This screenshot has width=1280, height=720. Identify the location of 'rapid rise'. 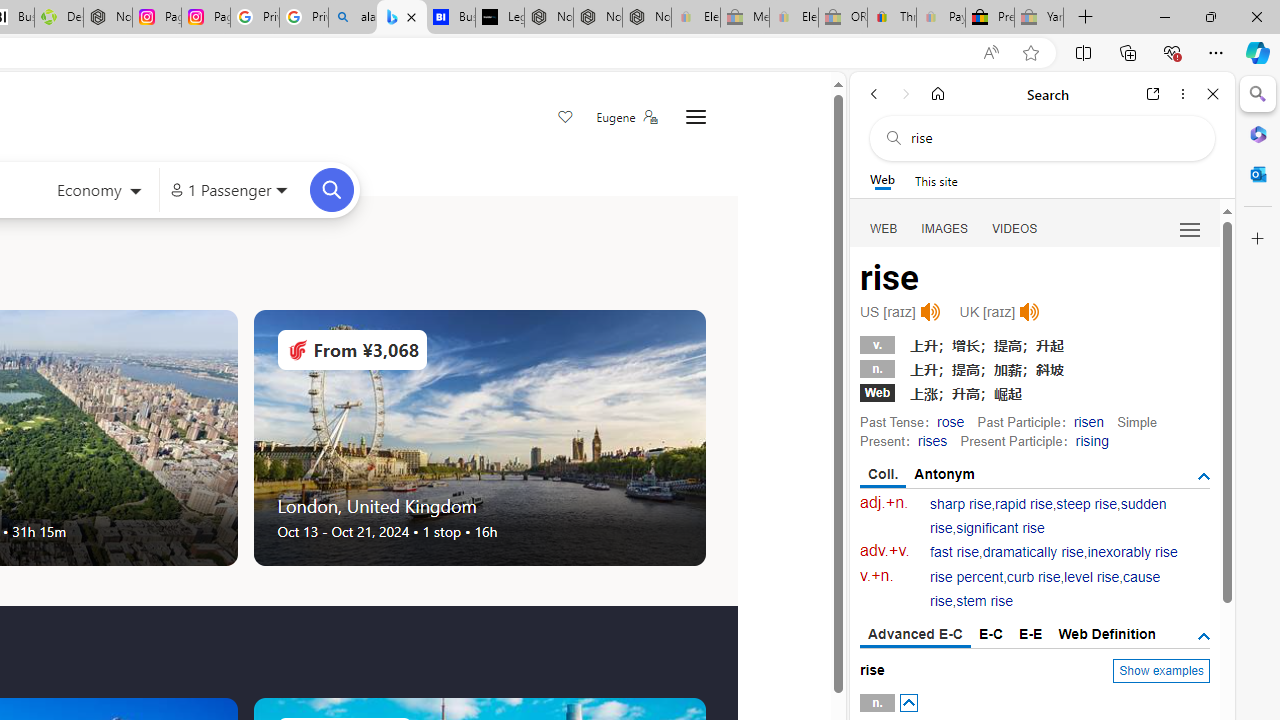
(1024, 503).